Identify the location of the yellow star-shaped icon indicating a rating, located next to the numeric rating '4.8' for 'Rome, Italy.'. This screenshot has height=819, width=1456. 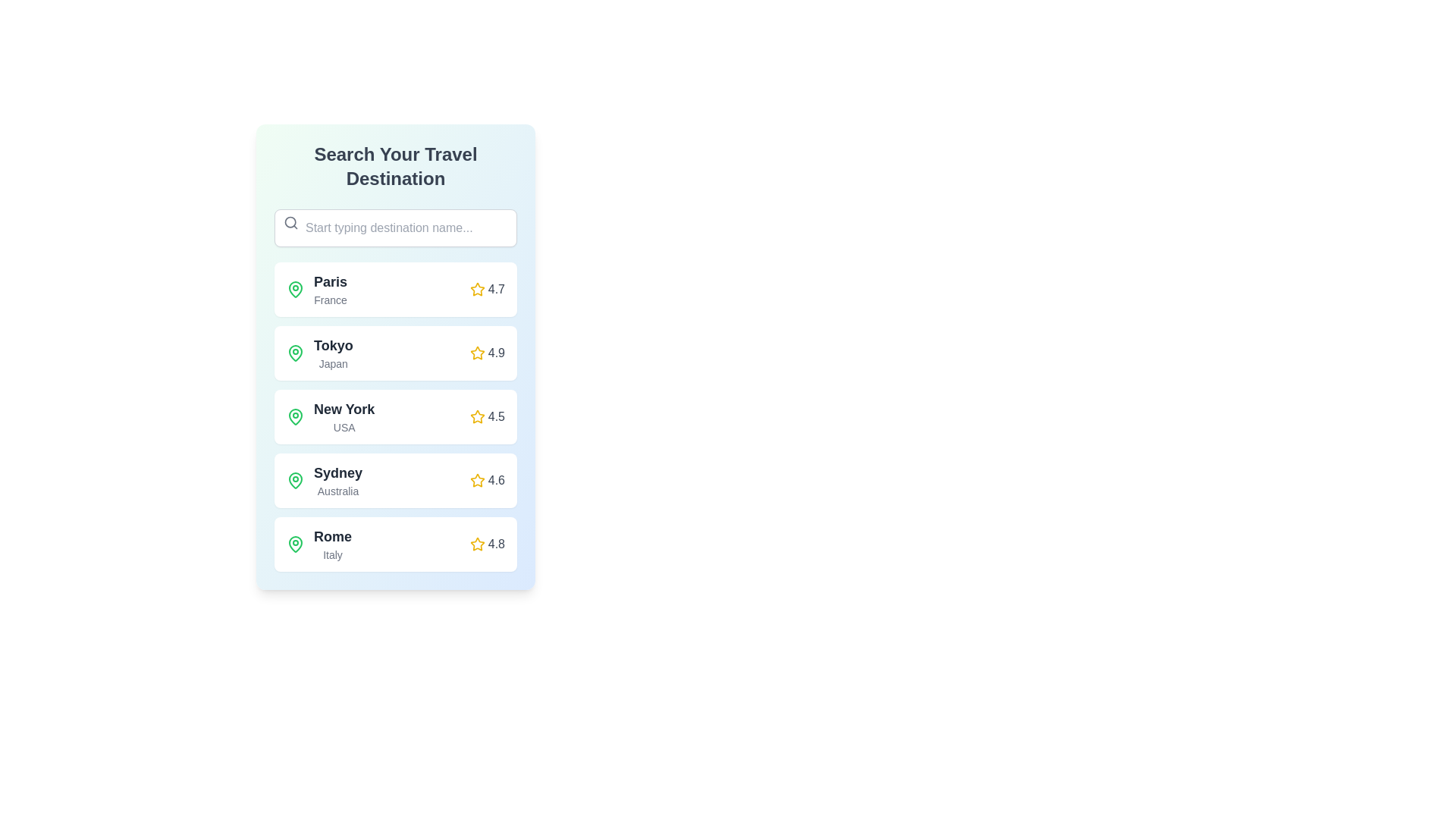
(476, 543).